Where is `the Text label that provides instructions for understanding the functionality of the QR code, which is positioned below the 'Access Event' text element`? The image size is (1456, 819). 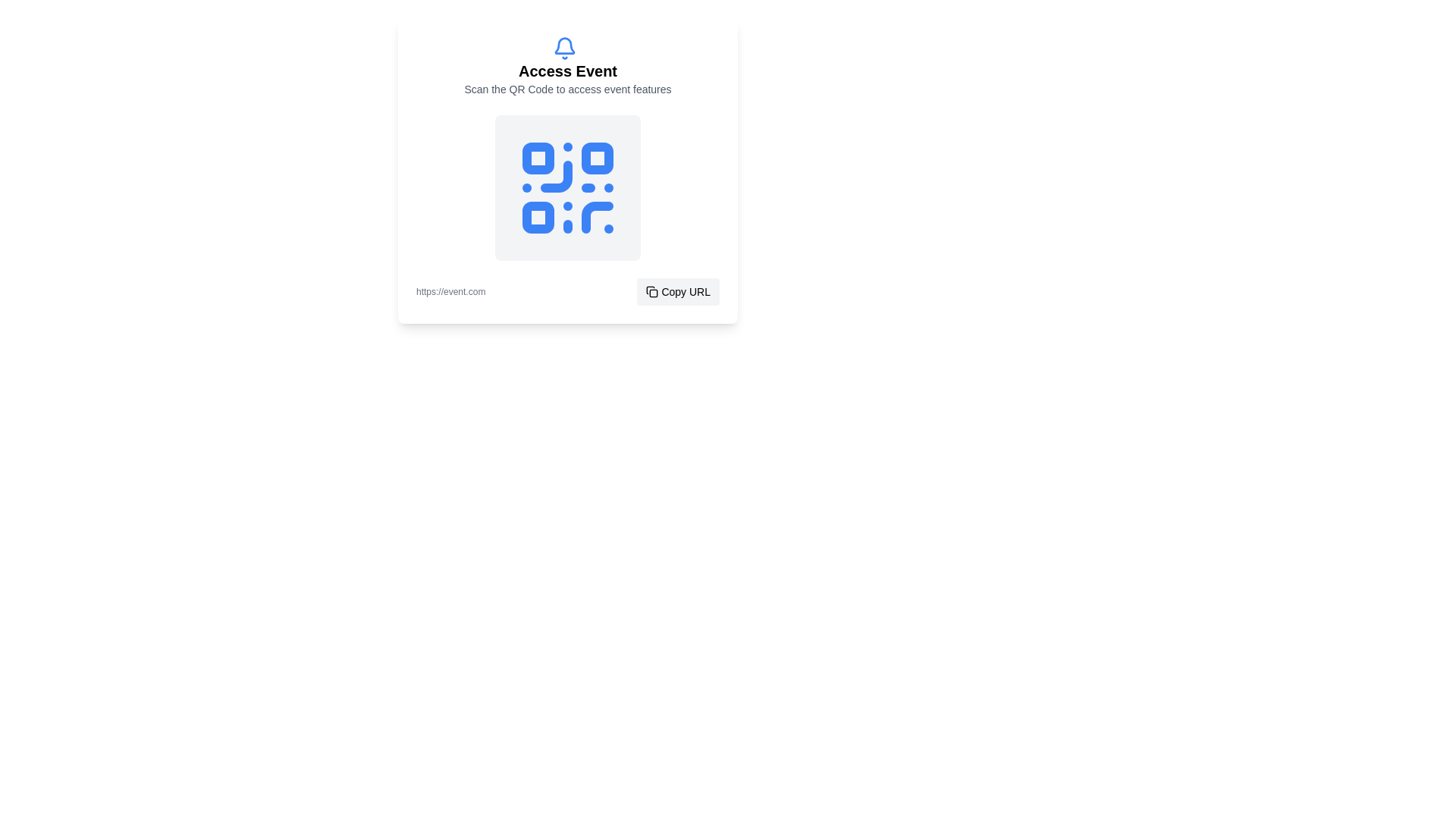
the Text label that provides instructions for understanding the functionality of the QR code, which is positioned below the 'Access Event' text element is located at coordinates (566, 89).